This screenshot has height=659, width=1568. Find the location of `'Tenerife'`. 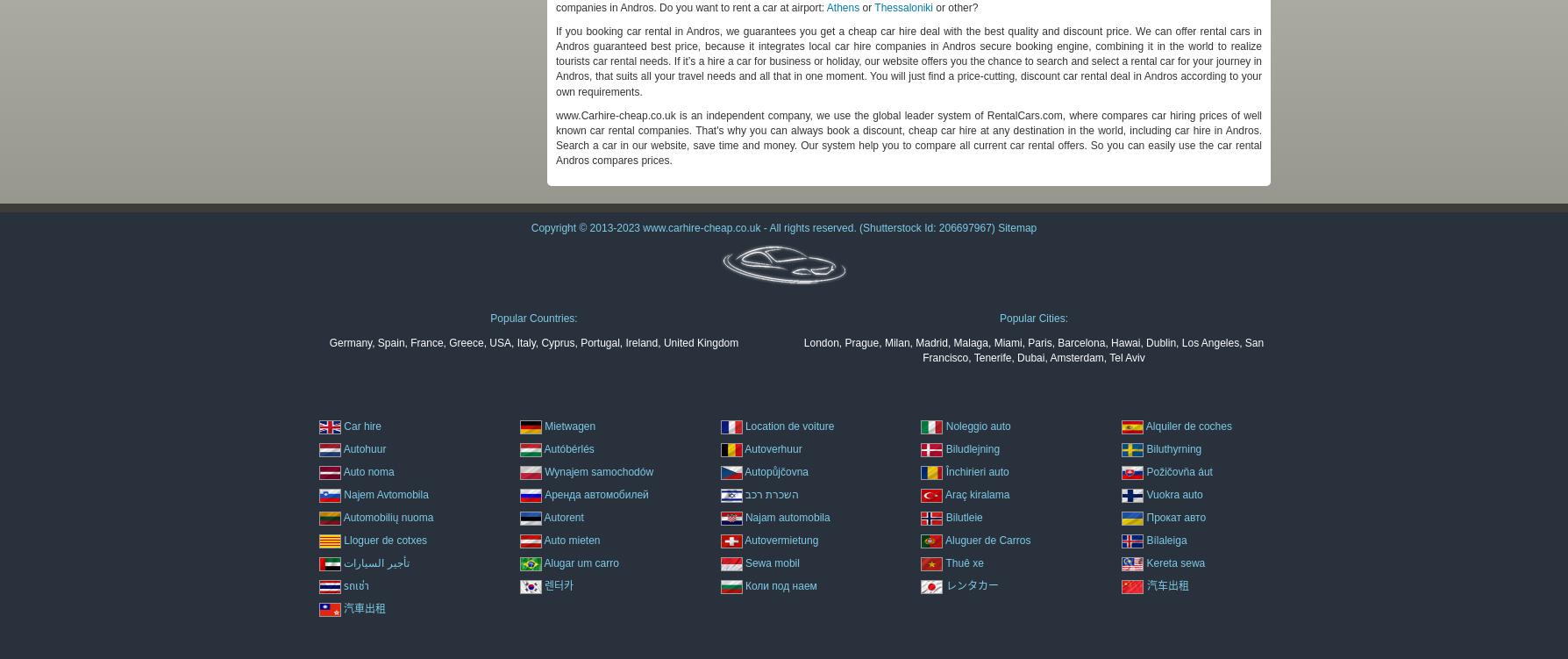

'Tenerife' is located at coordinates (991, 355).